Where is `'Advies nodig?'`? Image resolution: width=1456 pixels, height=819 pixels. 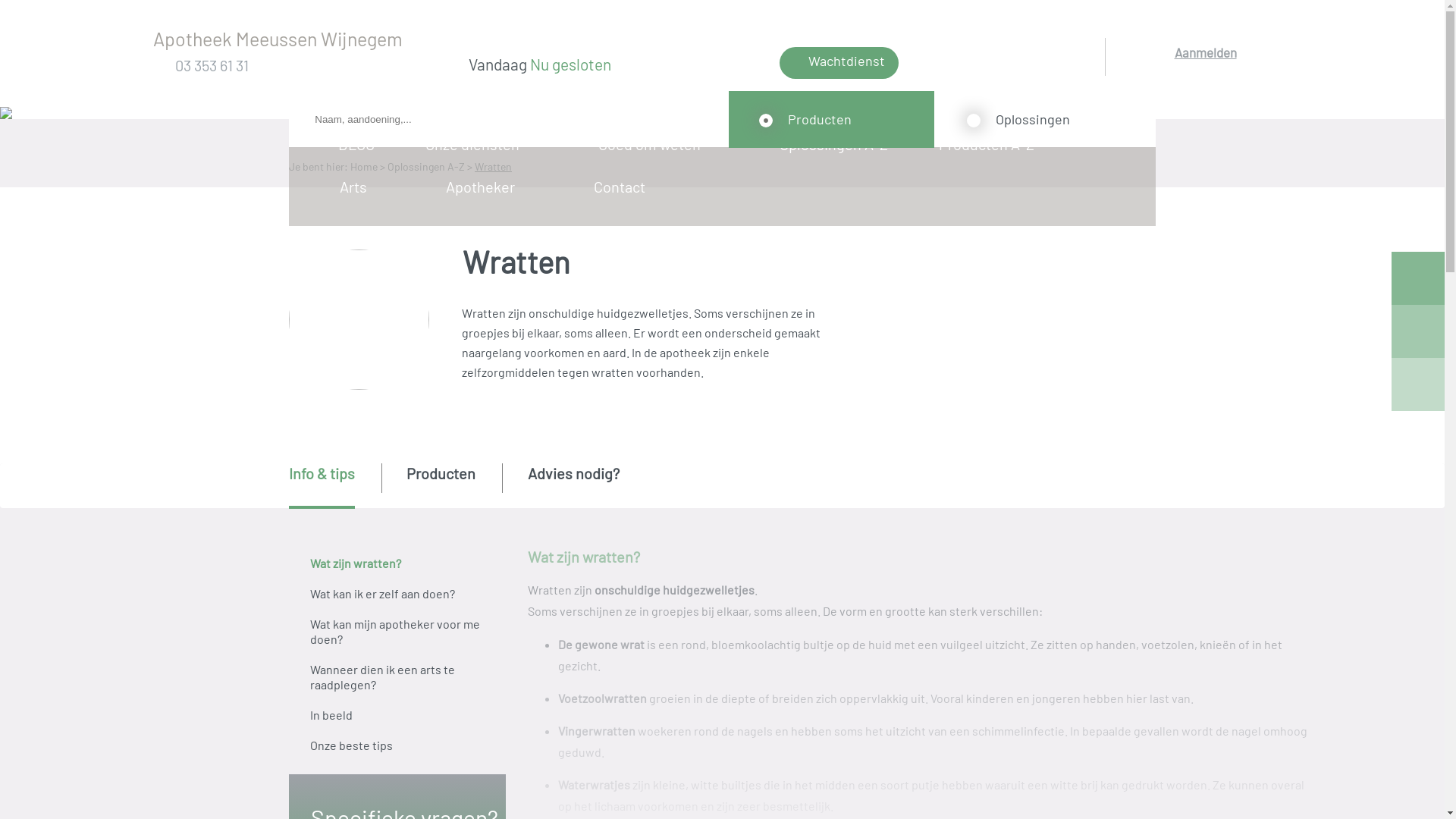 'Advies nodig?' is located at coordinates (573, 485).